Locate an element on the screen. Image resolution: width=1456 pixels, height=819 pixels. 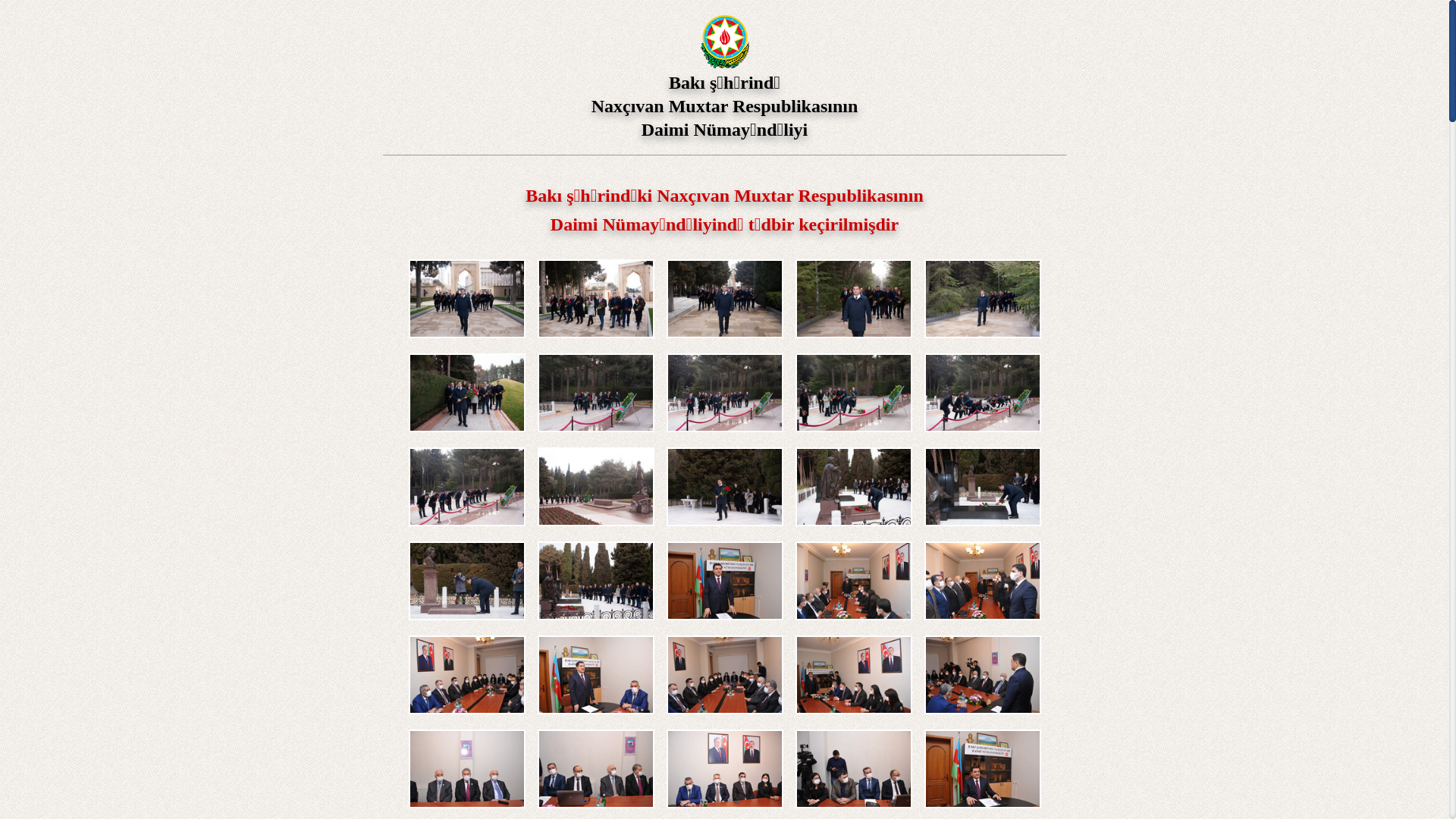
'Click to enlarge' is located at coordinates (407, 769).